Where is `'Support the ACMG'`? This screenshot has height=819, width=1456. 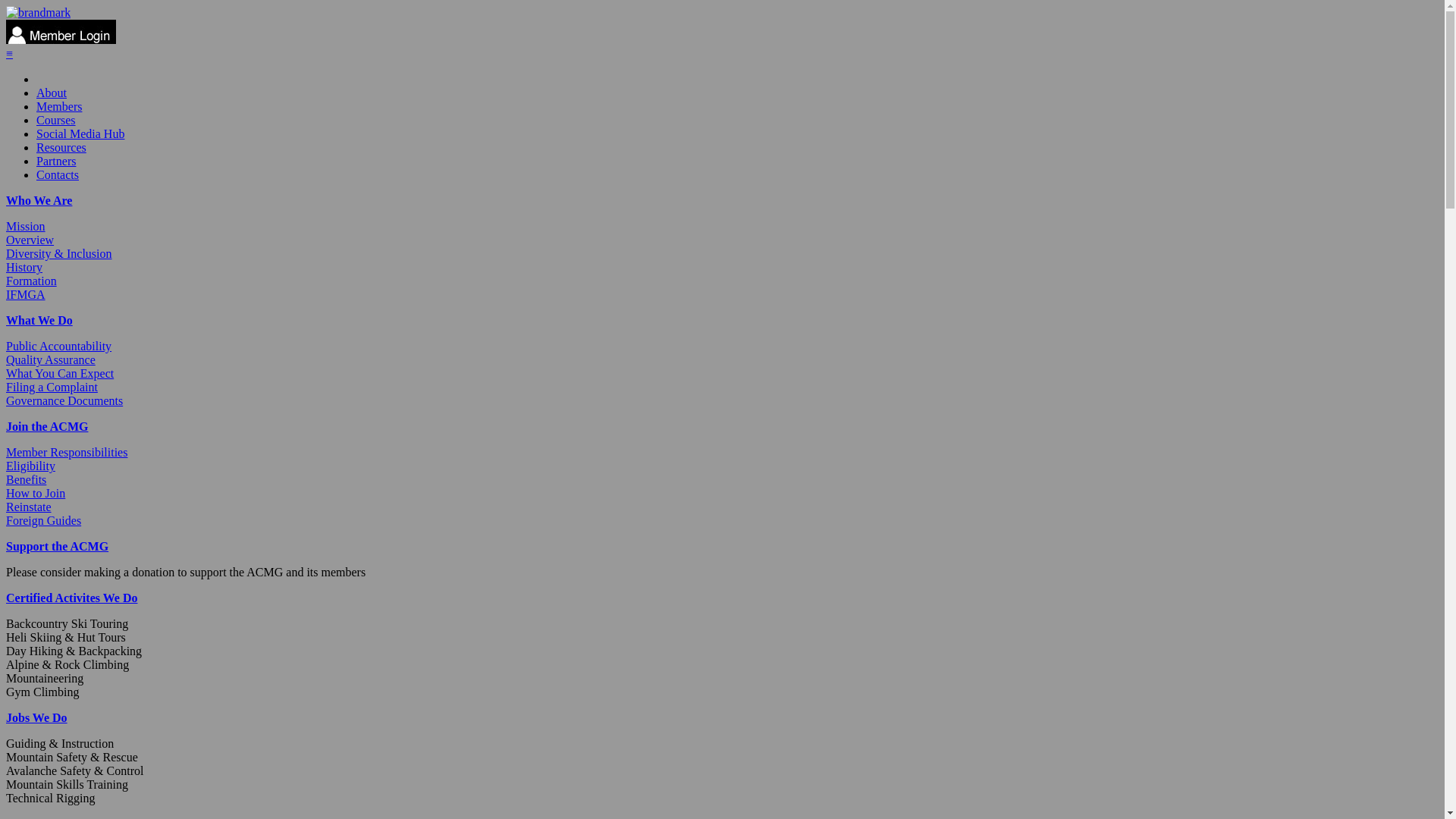 'Support the ACMG' is located at coordinates (57, 546).